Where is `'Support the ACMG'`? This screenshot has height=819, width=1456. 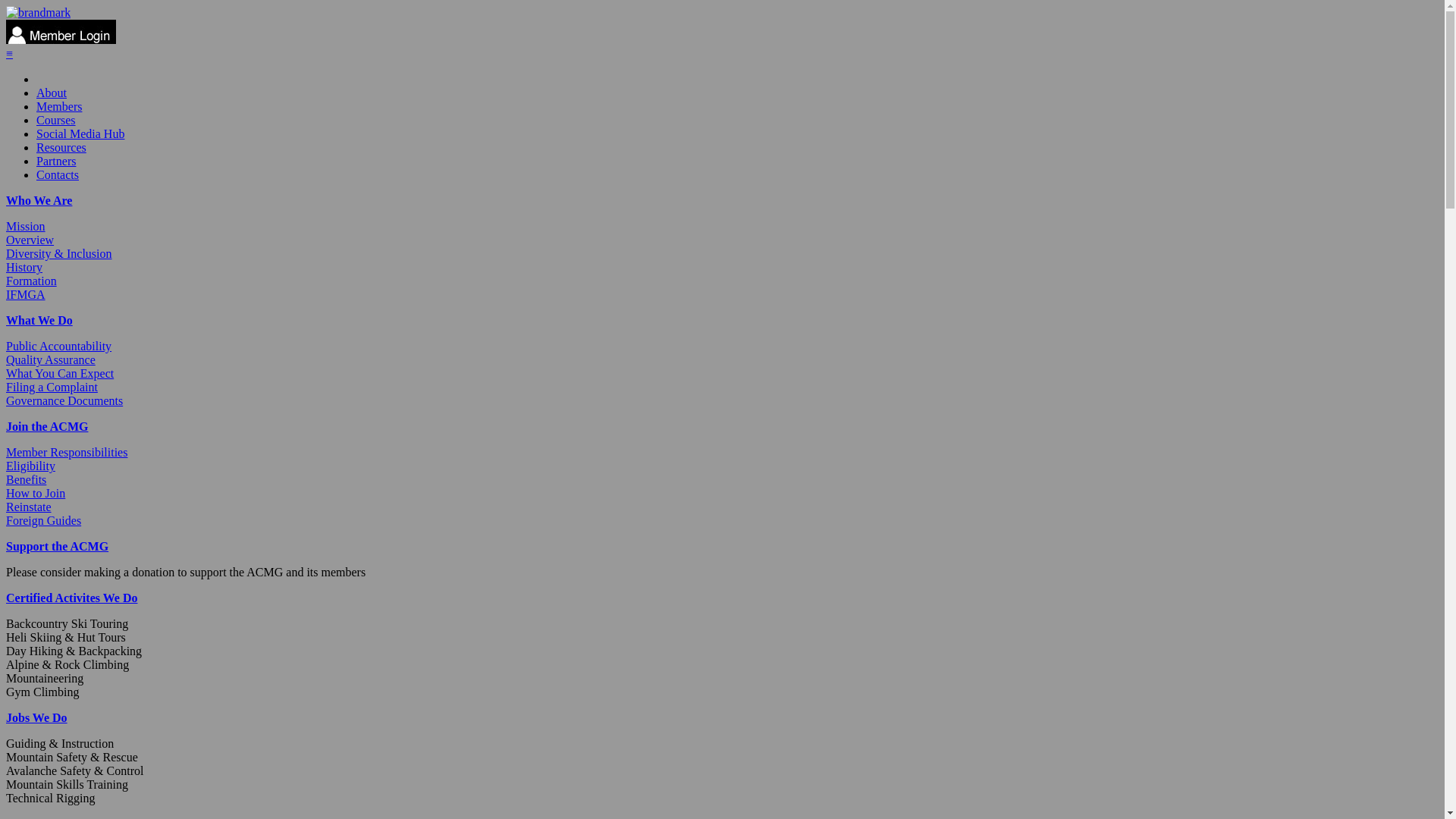 'Support the ACMG' is located at coordinates (57, 546).